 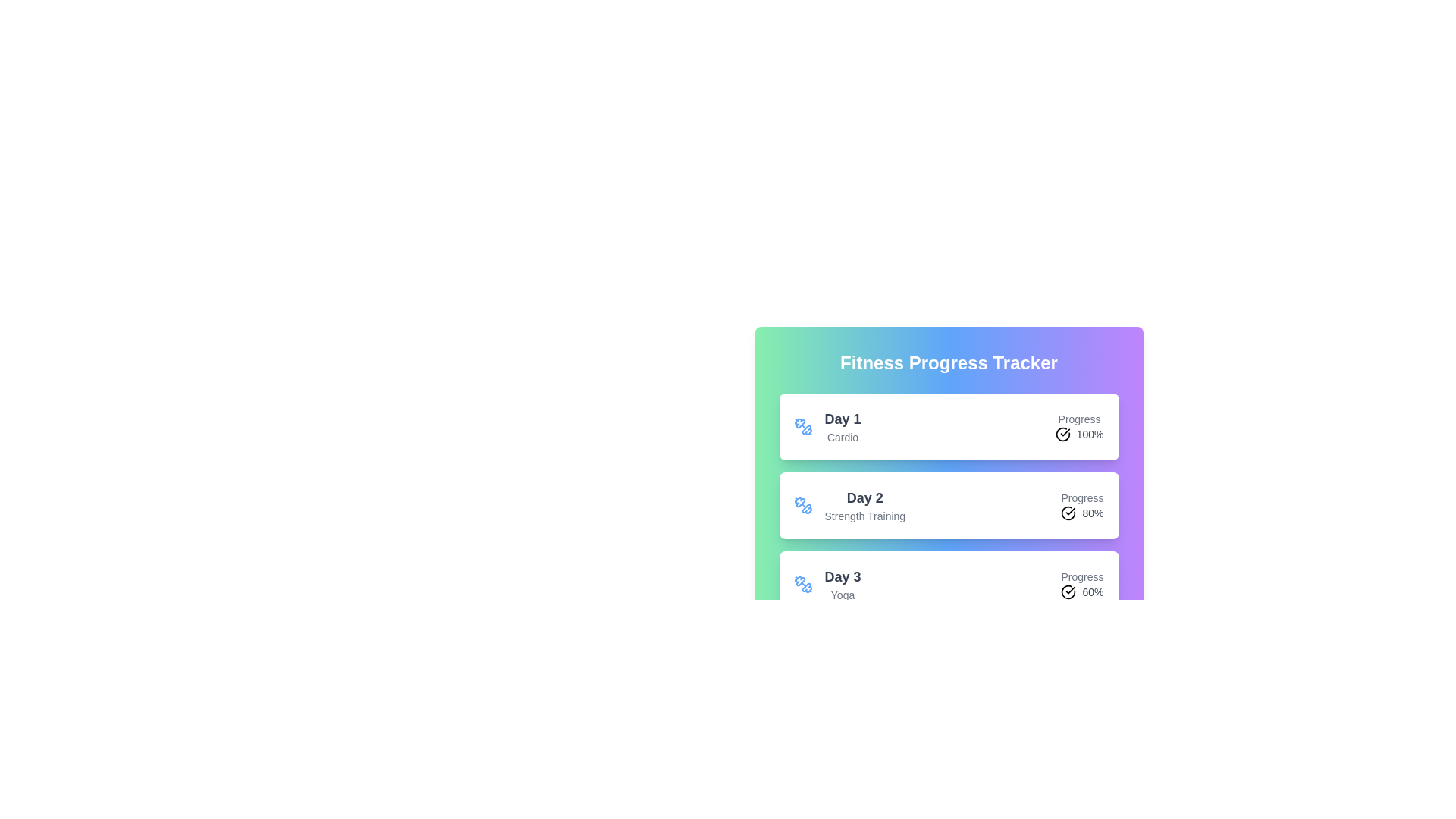 I want to click on the activity icon for Cardio, so click(x=802, y=427).